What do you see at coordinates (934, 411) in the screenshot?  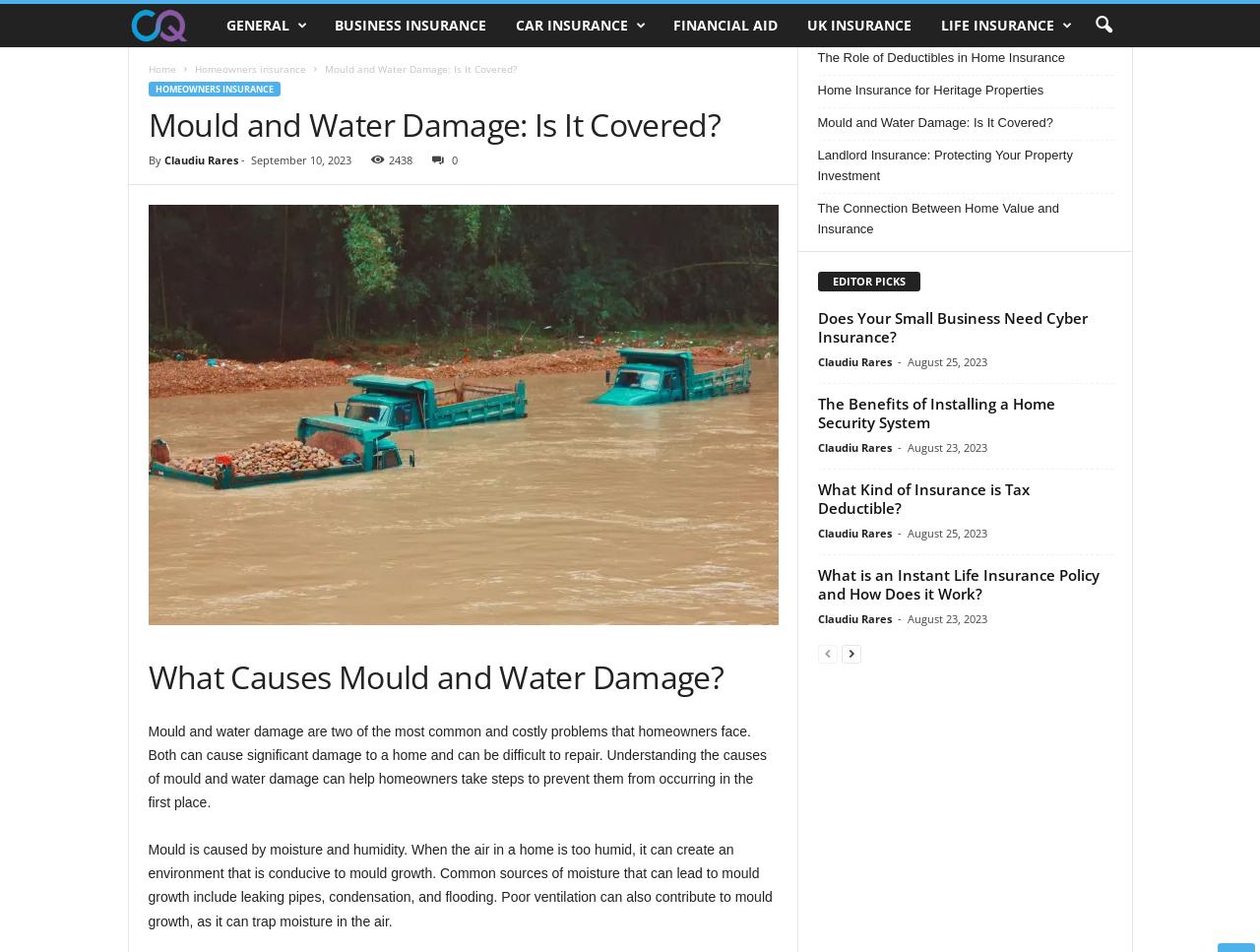 I see `'The Benefits of Installing a Home Security System'` at bounding box center [934, 411].